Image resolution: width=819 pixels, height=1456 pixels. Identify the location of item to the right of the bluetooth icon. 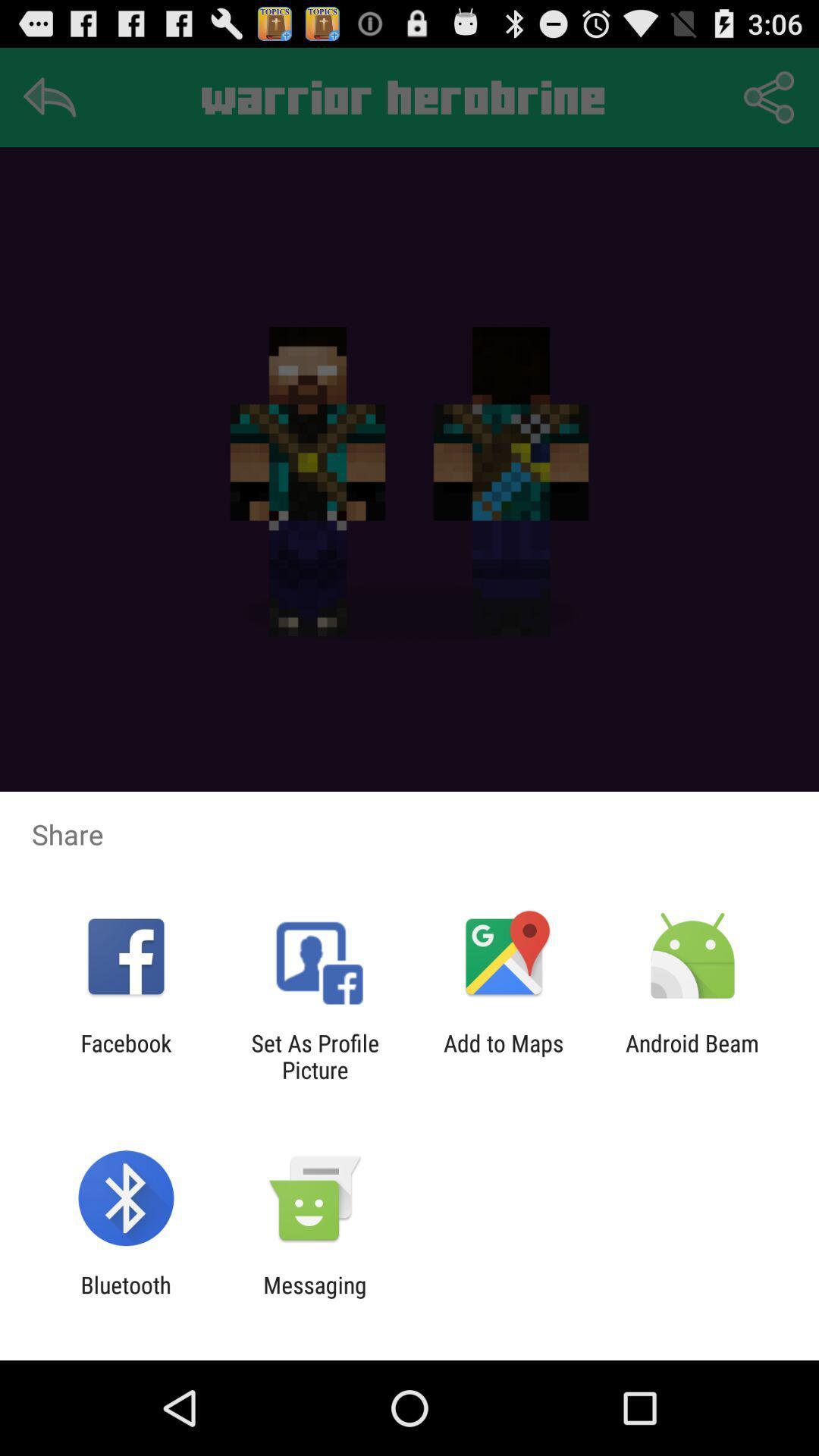
(314, 1298).